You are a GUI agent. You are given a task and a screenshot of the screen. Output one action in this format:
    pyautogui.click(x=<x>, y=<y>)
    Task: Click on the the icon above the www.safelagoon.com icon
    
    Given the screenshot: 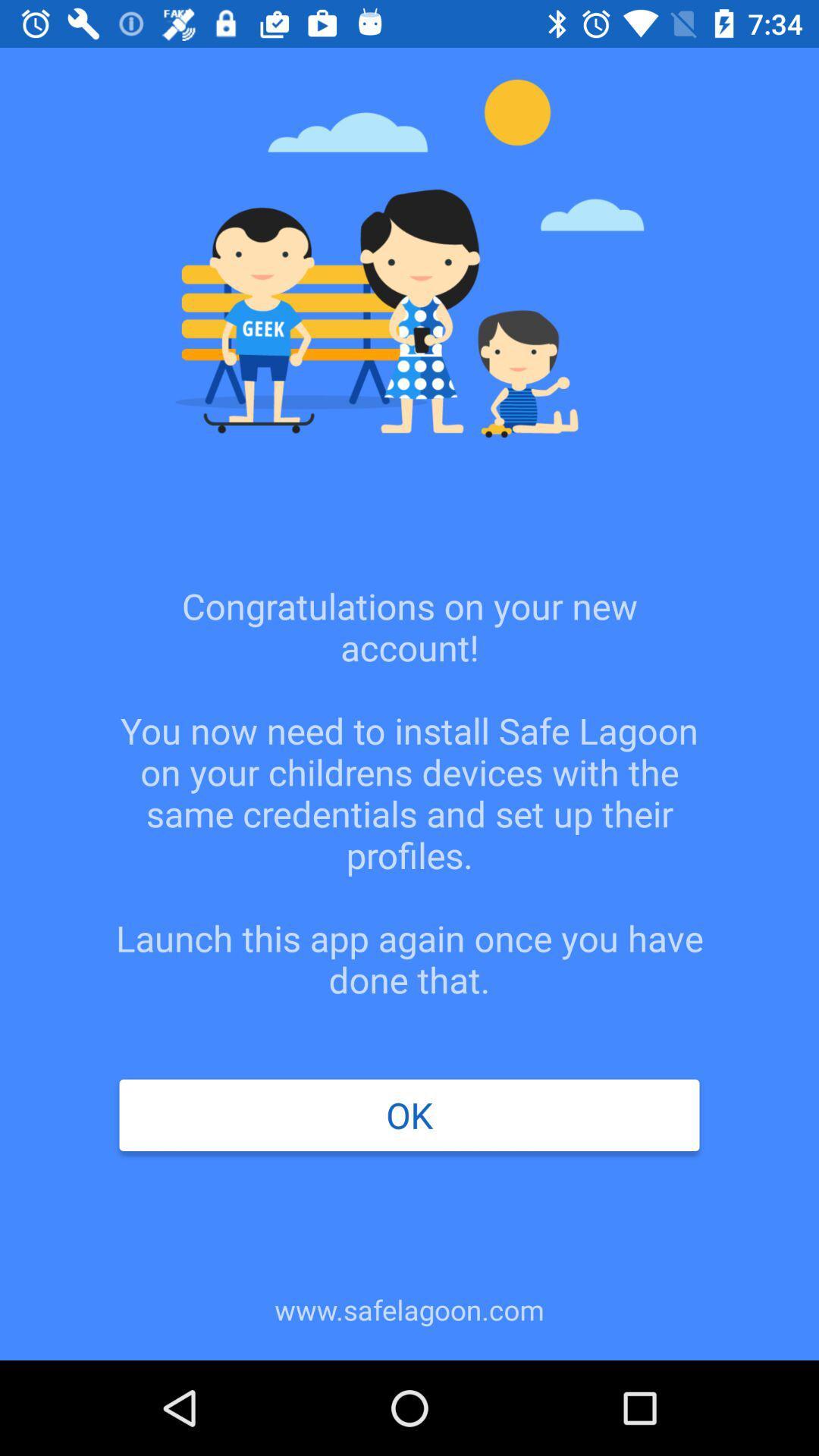 What is the action you would take?
    pyautogui.click(x=409, y=1115)
    